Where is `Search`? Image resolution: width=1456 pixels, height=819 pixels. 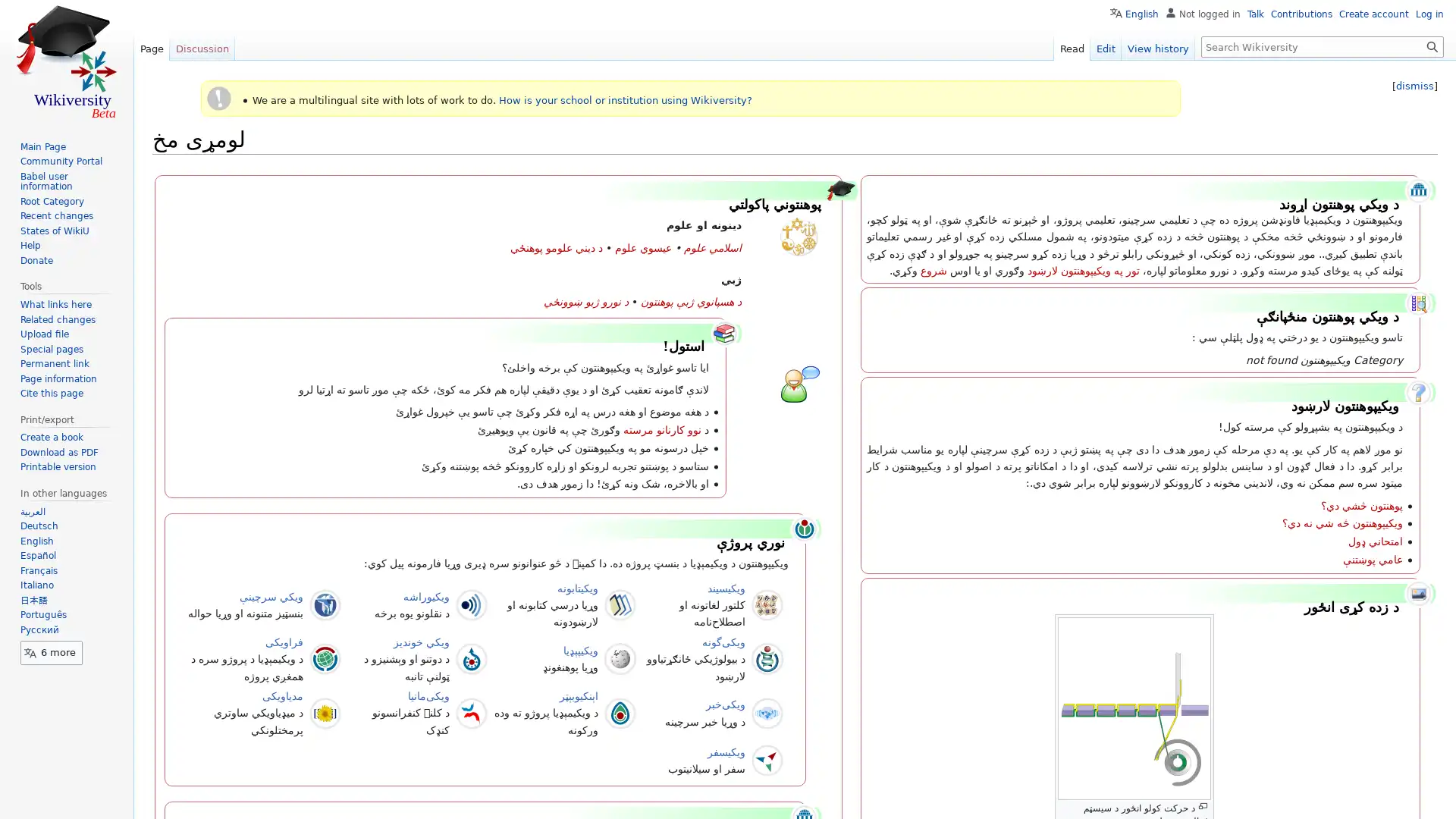 Search is located at coordinates (1432, 45).